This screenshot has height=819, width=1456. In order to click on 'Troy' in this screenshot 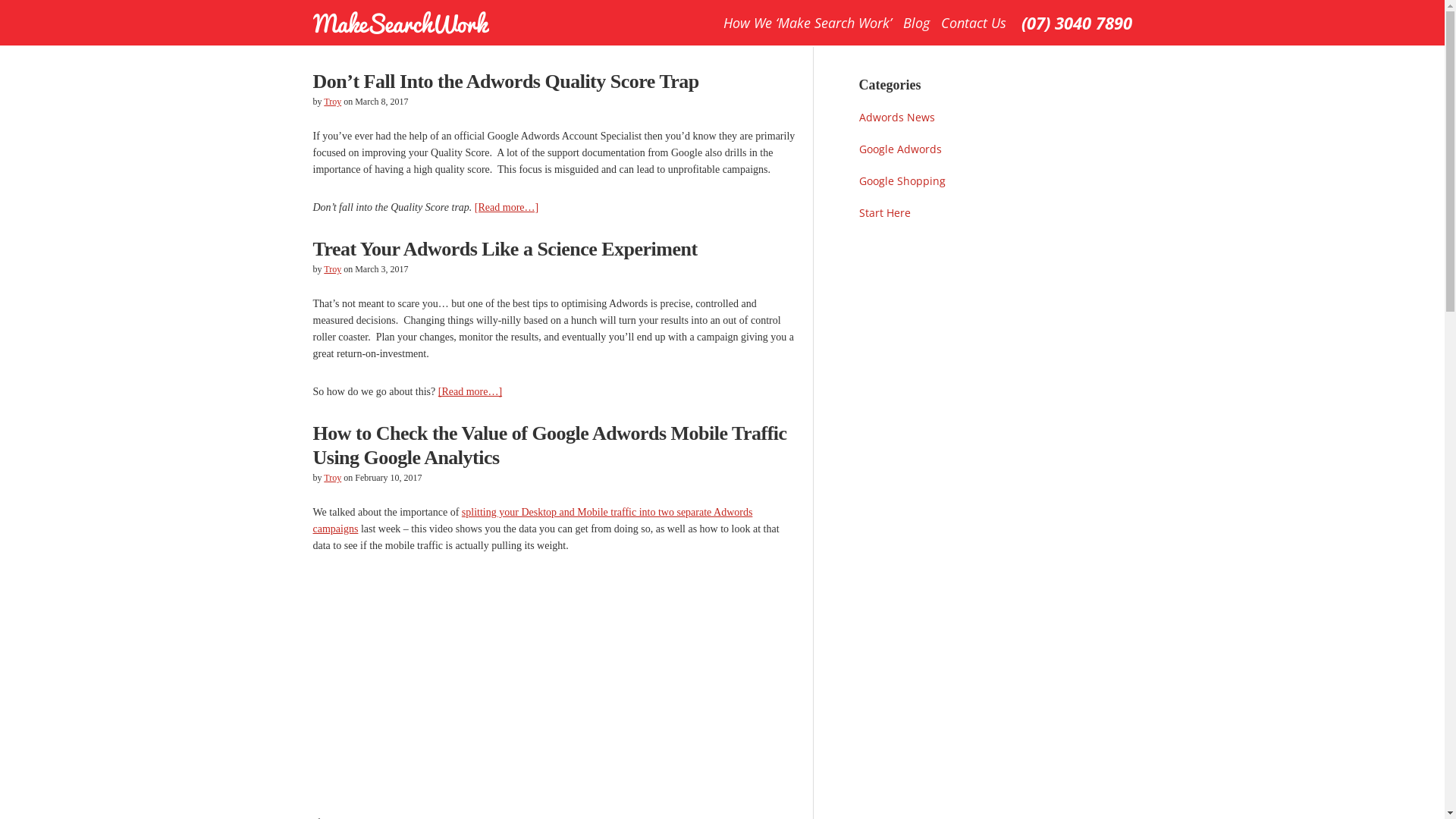, I will do `click(331, 102)`.